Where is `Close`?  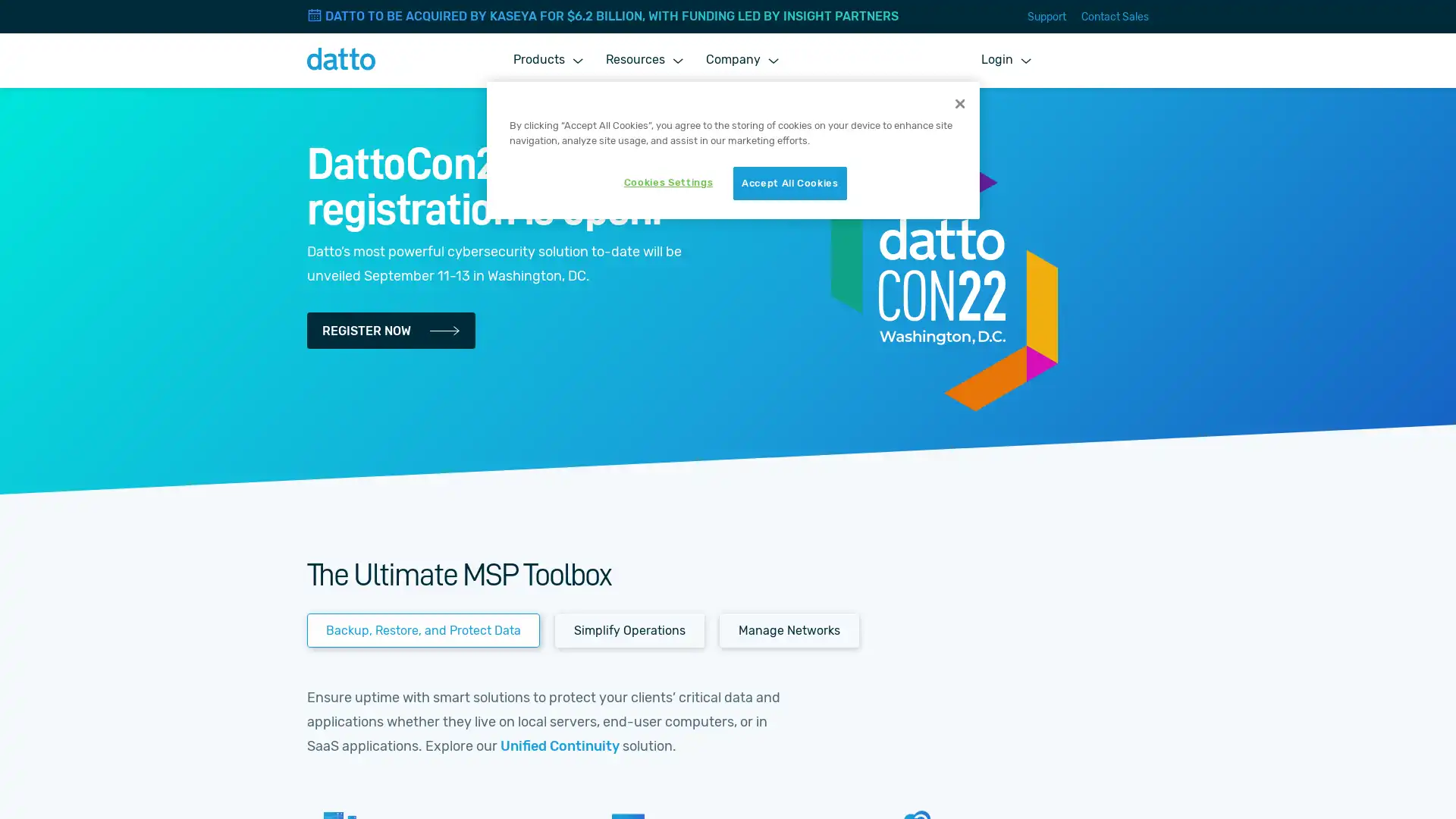
Close is located at coordinates (959, 103).